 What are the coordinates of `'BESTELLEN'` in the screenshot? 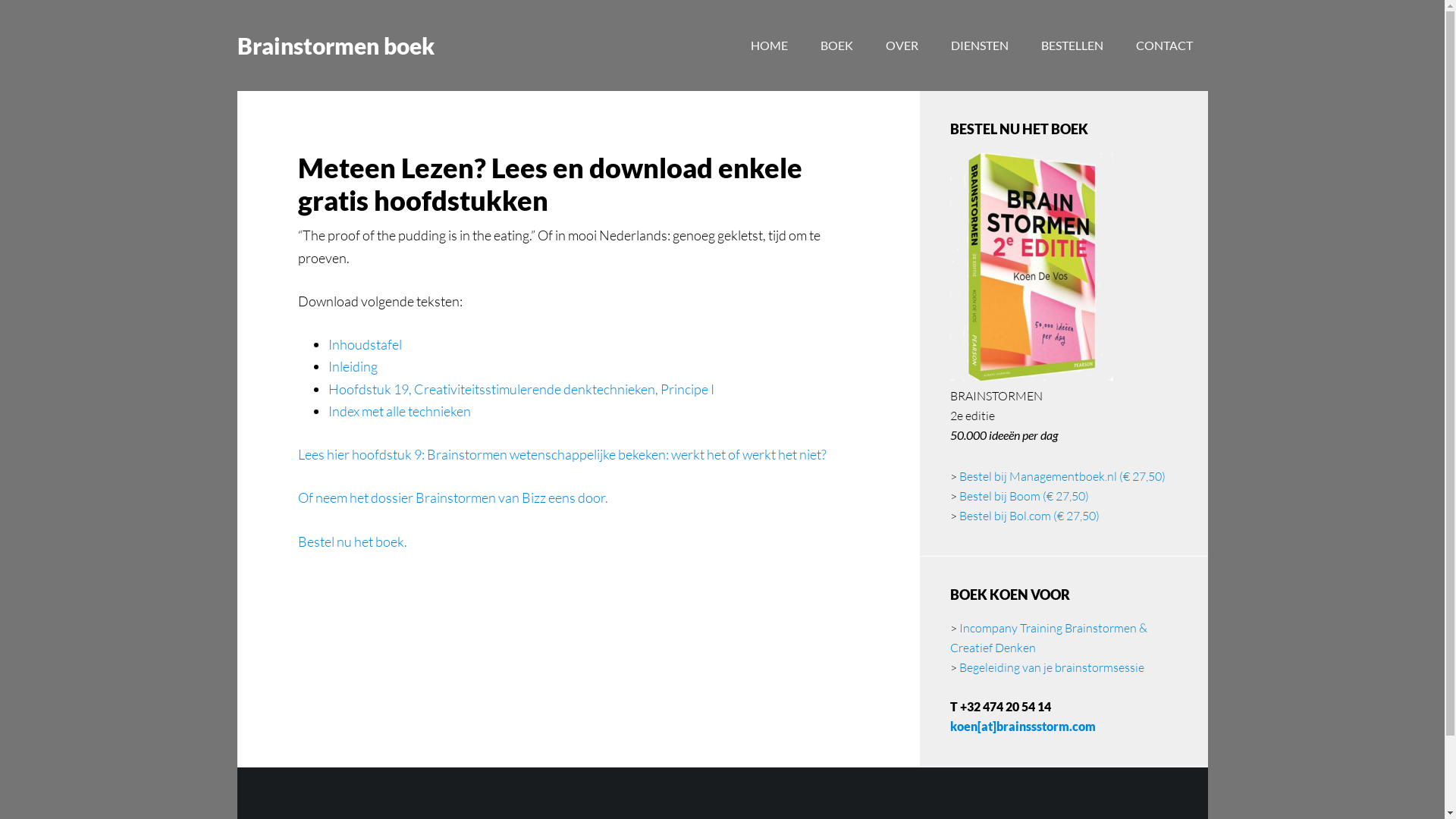 It's located at (1070, 45).